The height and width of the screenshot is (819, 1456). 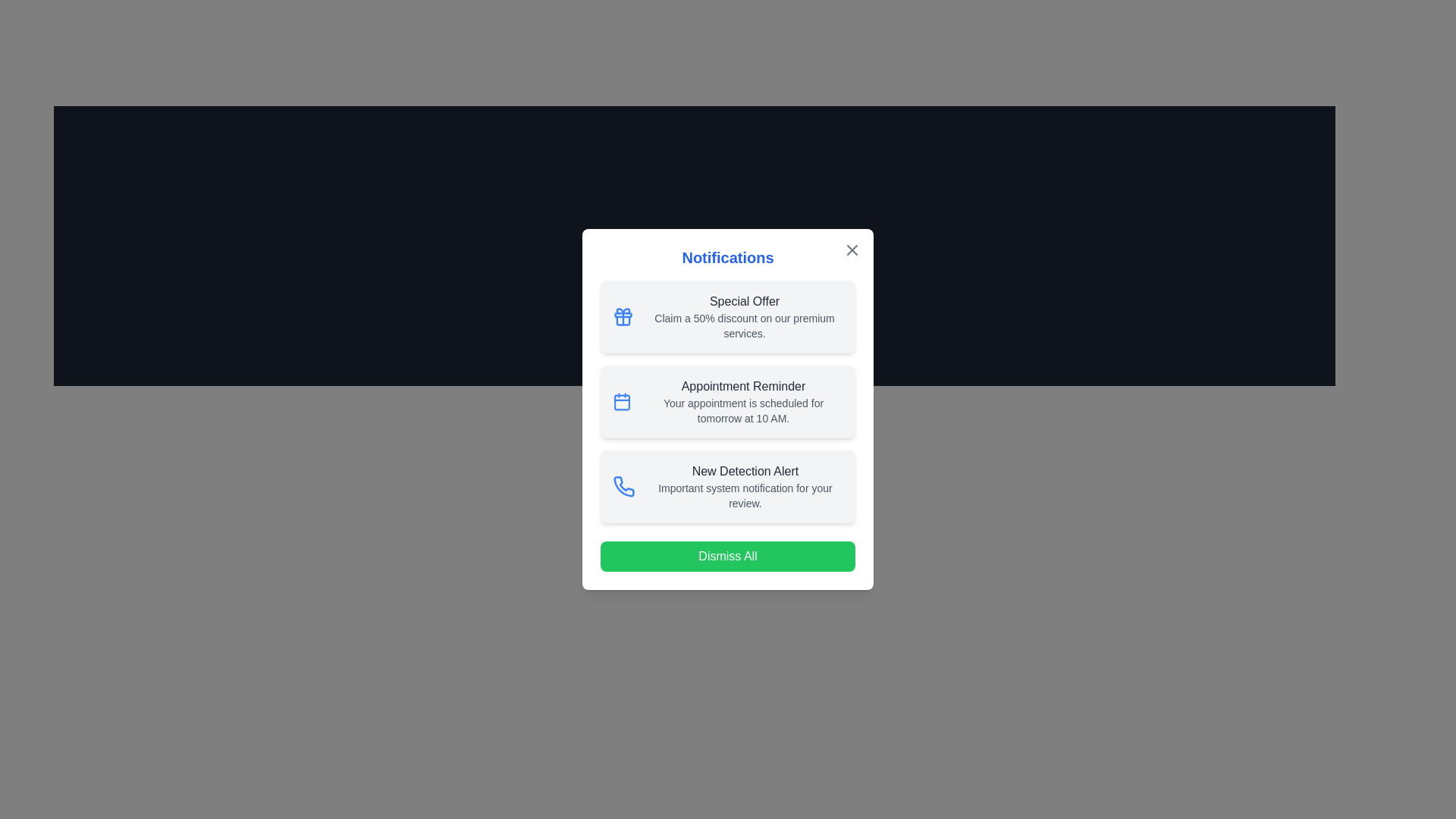 I want to click on the rectangular base of the gift icon located in the 'Special Offer' section of the notification card, so click(x=623, y=320).